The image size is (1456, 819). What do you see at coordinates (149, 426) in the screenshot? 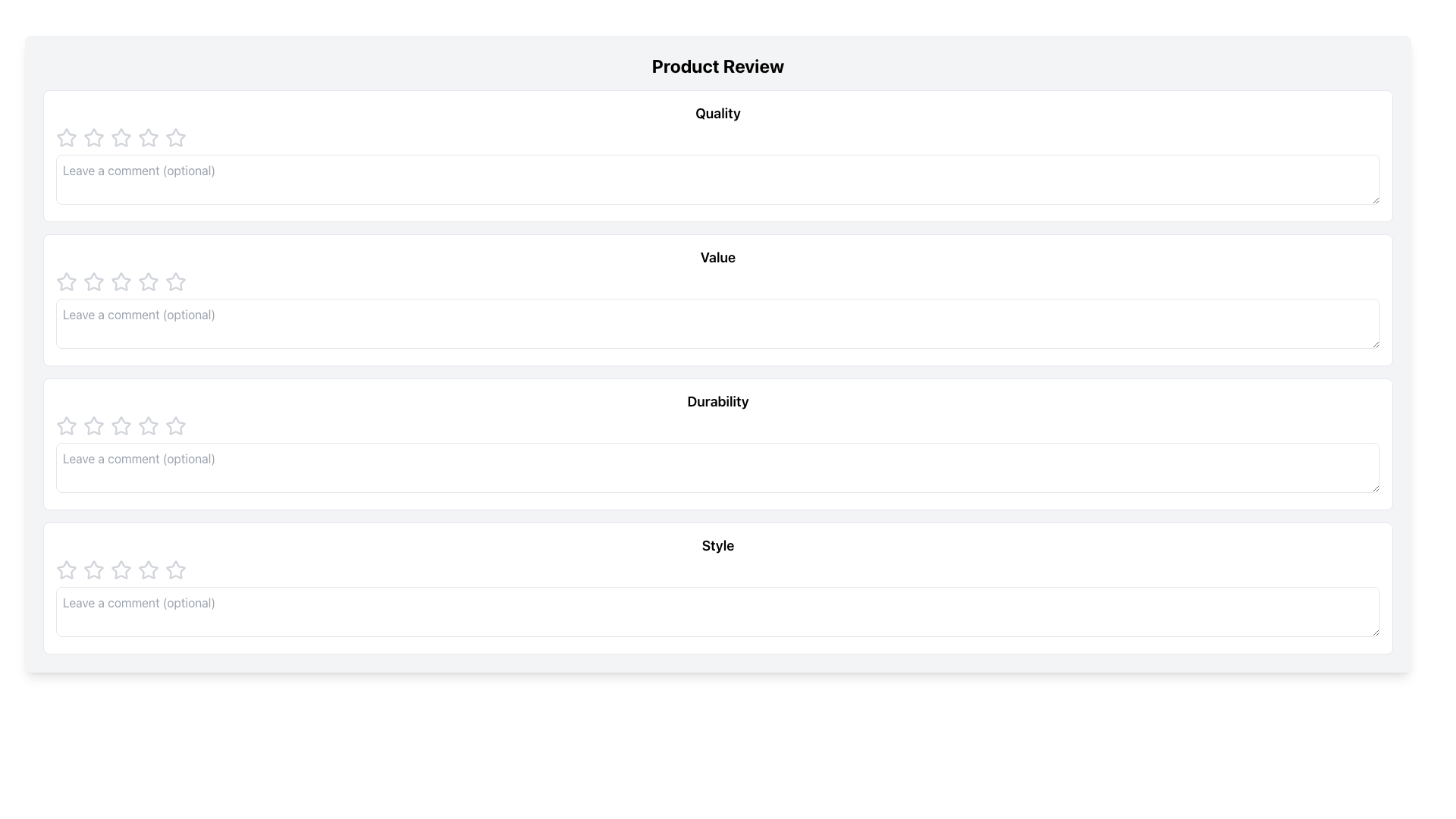
I see `the fifth star-shaped Rating Star icon with a hollow interior located under the 'Durability' section of the product review form` at bounding box center [149, 426].